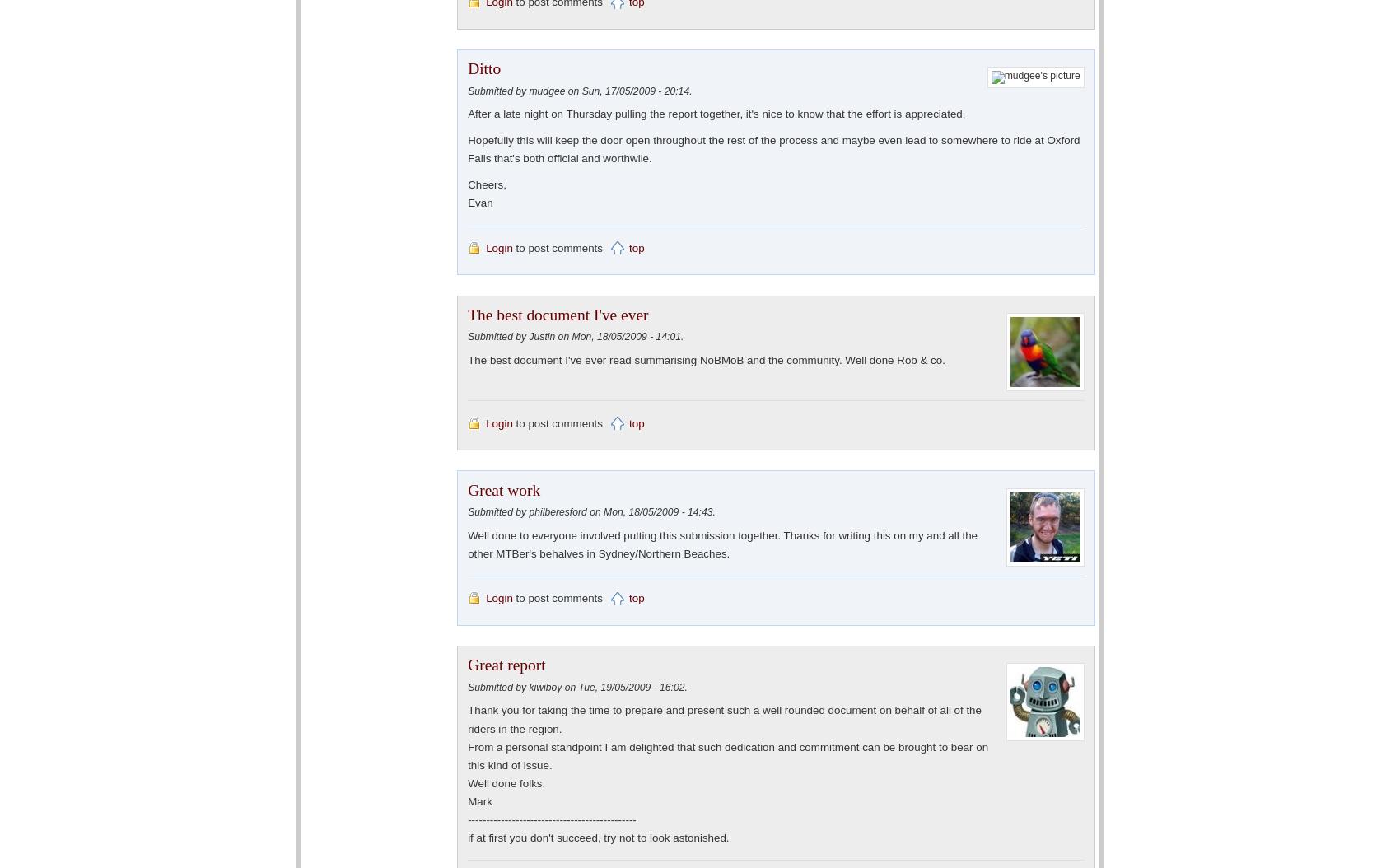 This screenshot has height=868, width=1400. Describe the element at coordinates (598, 836) in the screenshot. I see `'if at first you don't succeed, try not to look astonished.'` at that location.